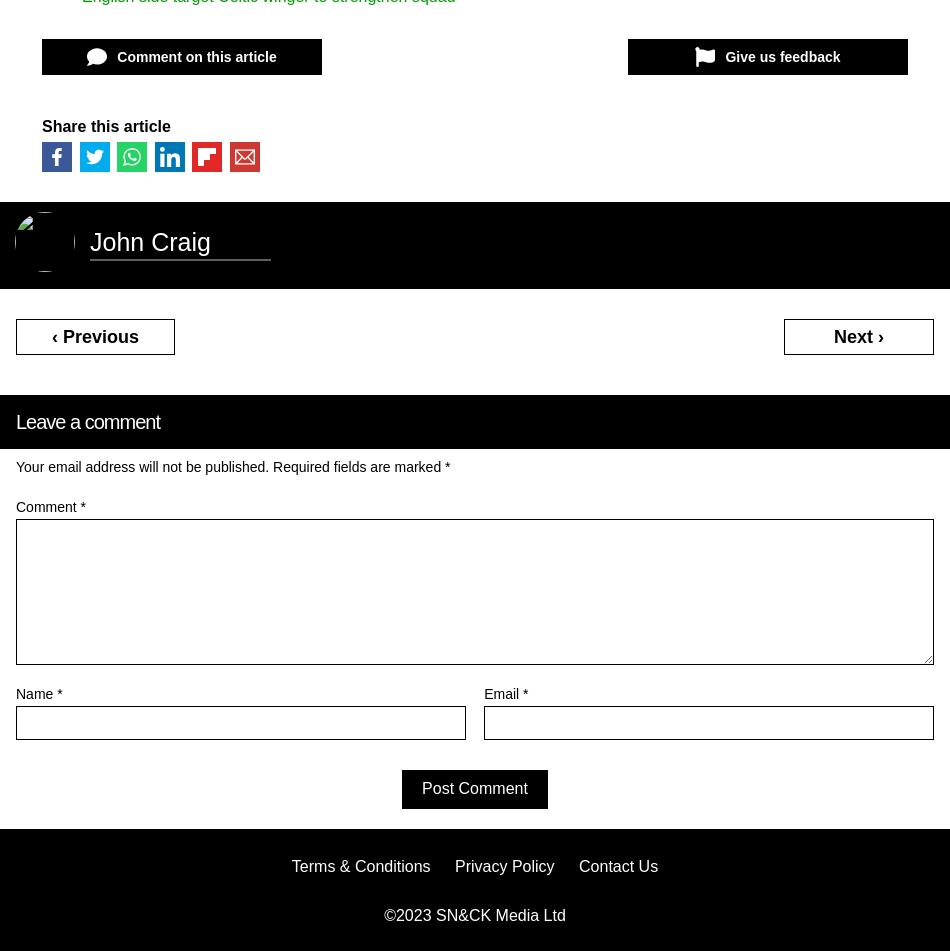  What do you see at coordinates (781, 56) in the screenshot?
I see `'Give us feedback'` at bounding box center [781, 56].